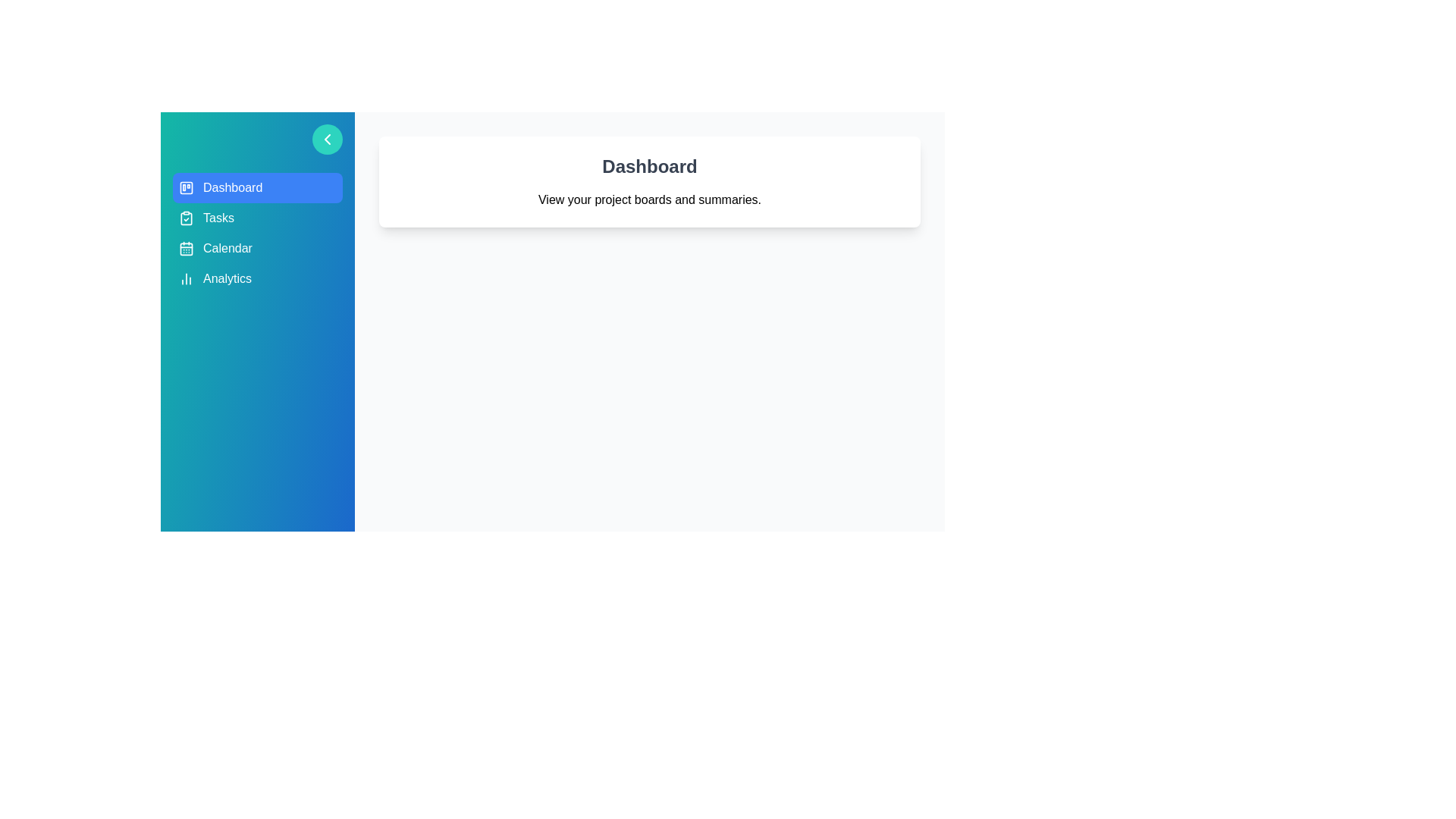  Describe the element at coordinates (218, 218) in the screenshot. I see `the text label displaying the word 'Tasks' in white font, which is positioned in a vertical menu list between 'Dashboard' and 'Calendar'` at that location.